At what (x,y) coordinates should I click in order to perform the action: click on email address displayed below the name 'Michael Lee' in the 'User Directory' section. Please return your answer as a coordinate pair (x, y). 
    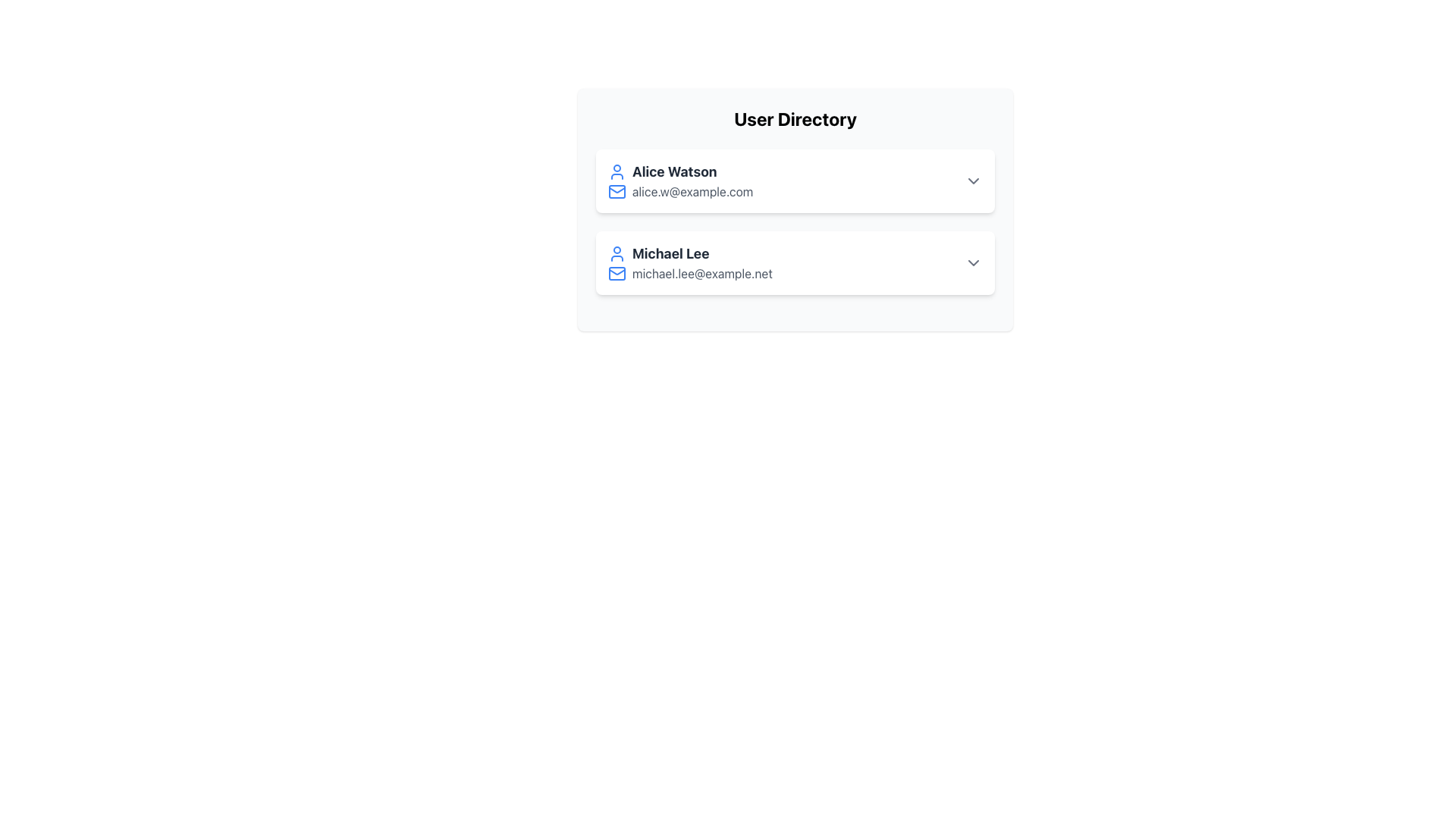
    Looking at the image, I should click on (689, 274).